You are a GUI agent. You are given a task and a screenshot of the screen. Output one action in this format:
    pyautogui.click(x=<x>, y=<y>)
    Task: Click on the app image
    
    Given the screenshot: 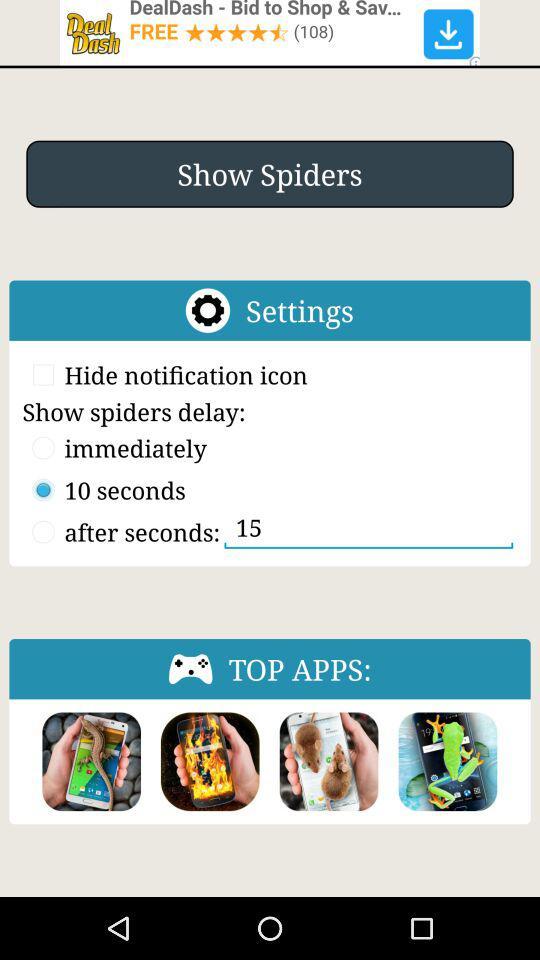 What is the action you would take?
    pyautogui.click(x=329, y=760)
    